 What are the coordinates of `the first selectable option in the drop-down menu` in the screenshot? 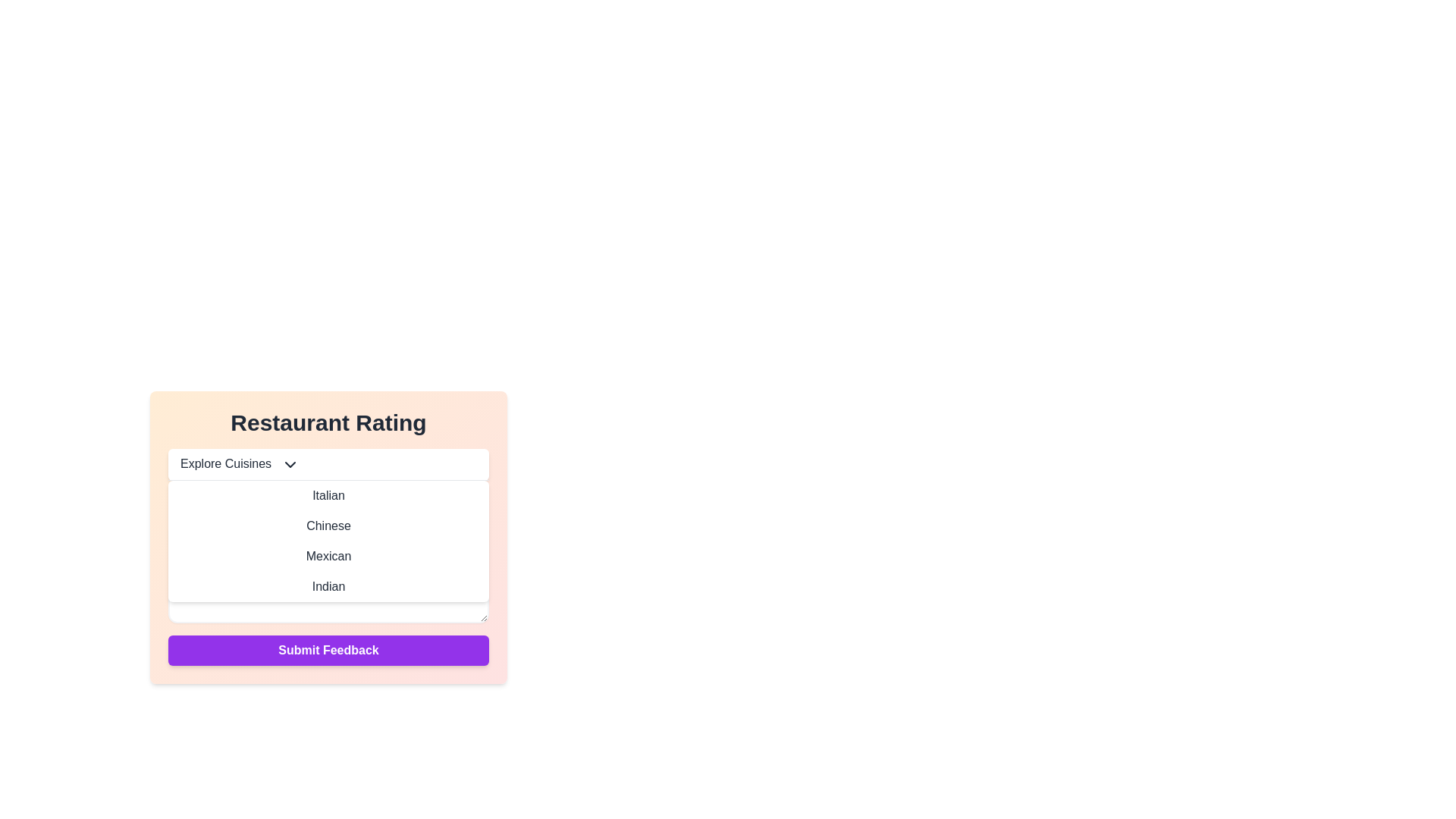 It's located at (328, 495).